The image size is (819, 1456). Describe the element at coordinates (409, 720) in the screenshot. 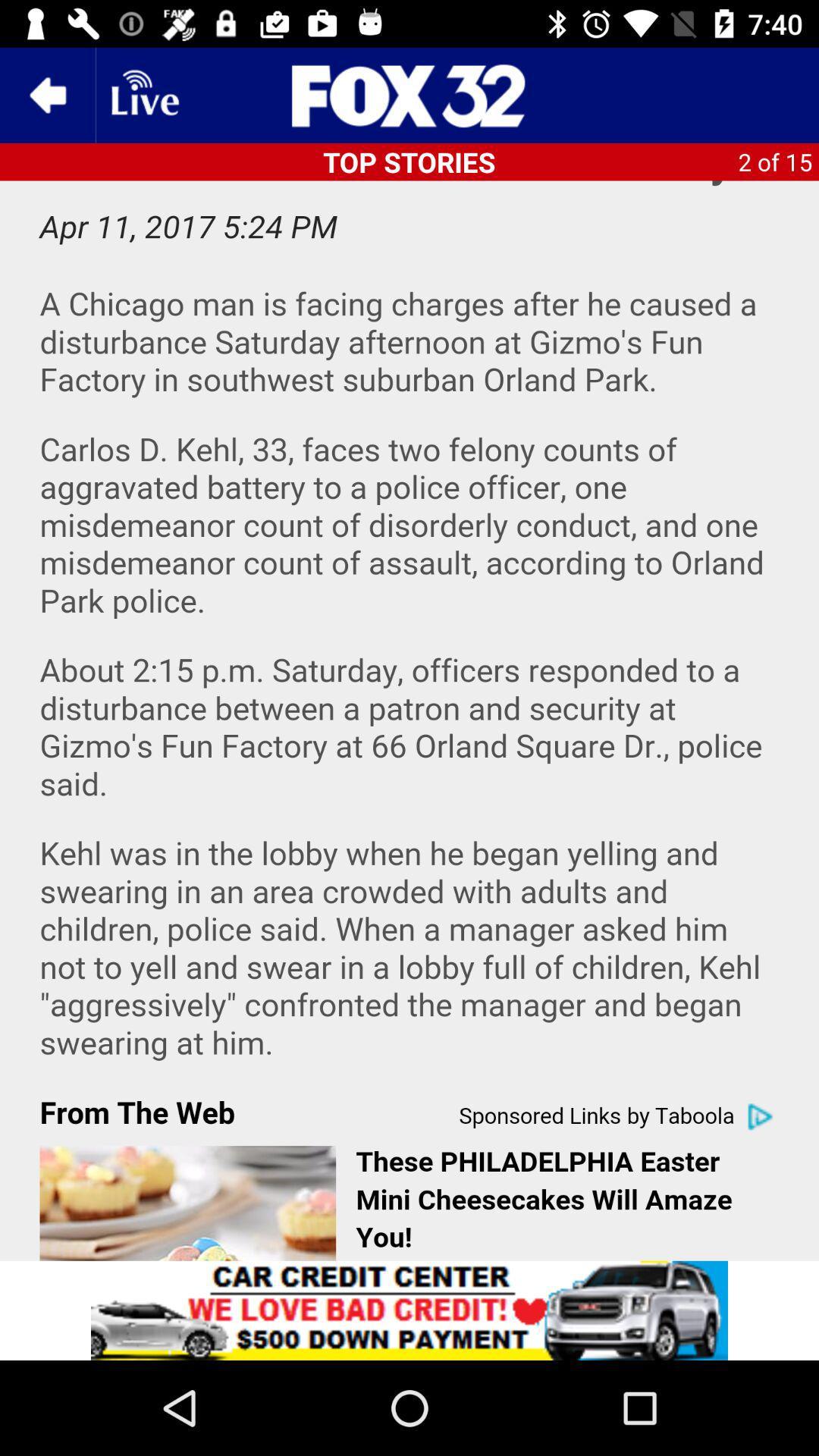

I see `advertisement page` at that location.